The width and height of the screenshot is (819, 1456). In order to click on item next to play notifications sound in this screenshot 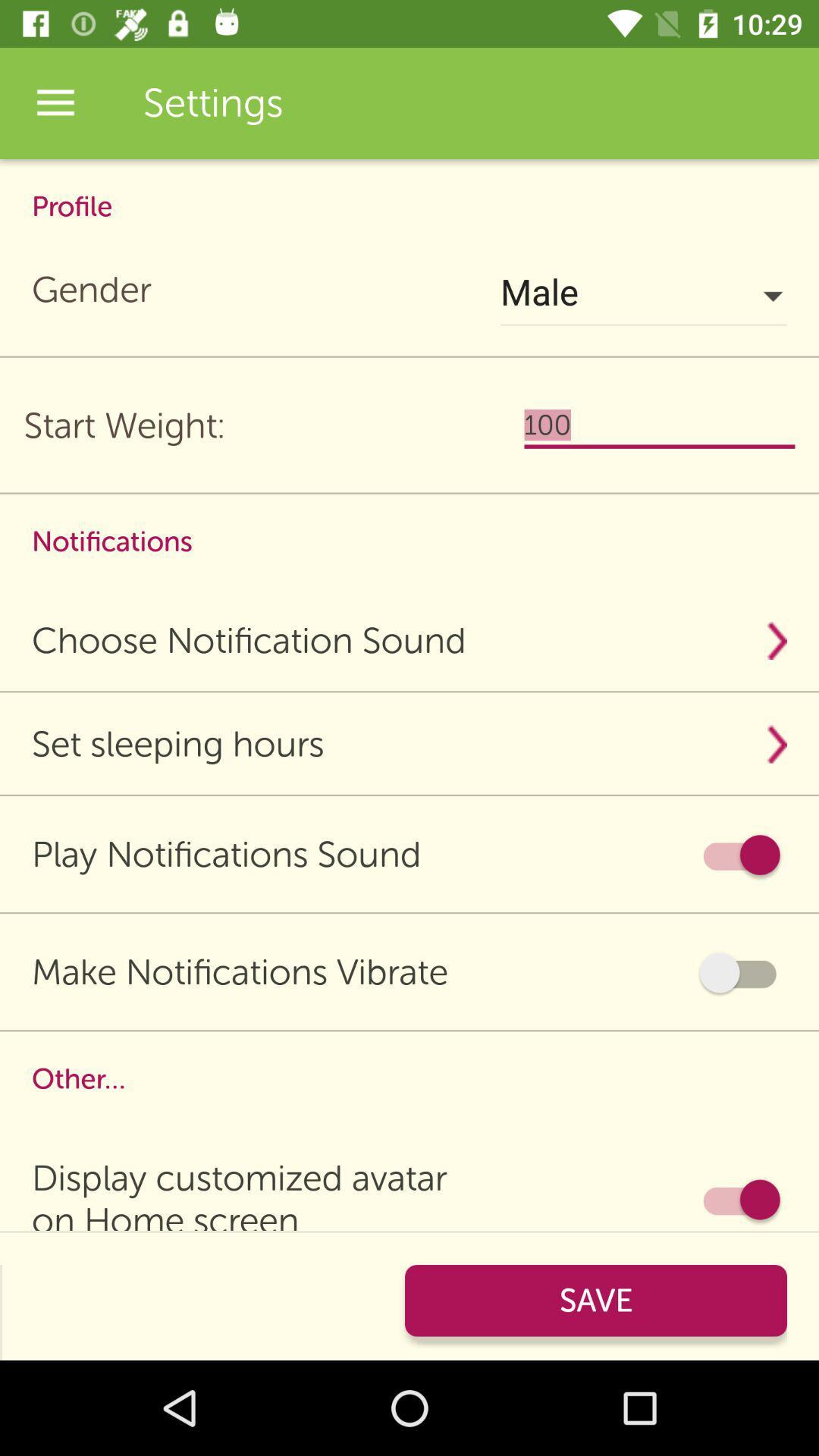, I will do `click(739, 855)`.